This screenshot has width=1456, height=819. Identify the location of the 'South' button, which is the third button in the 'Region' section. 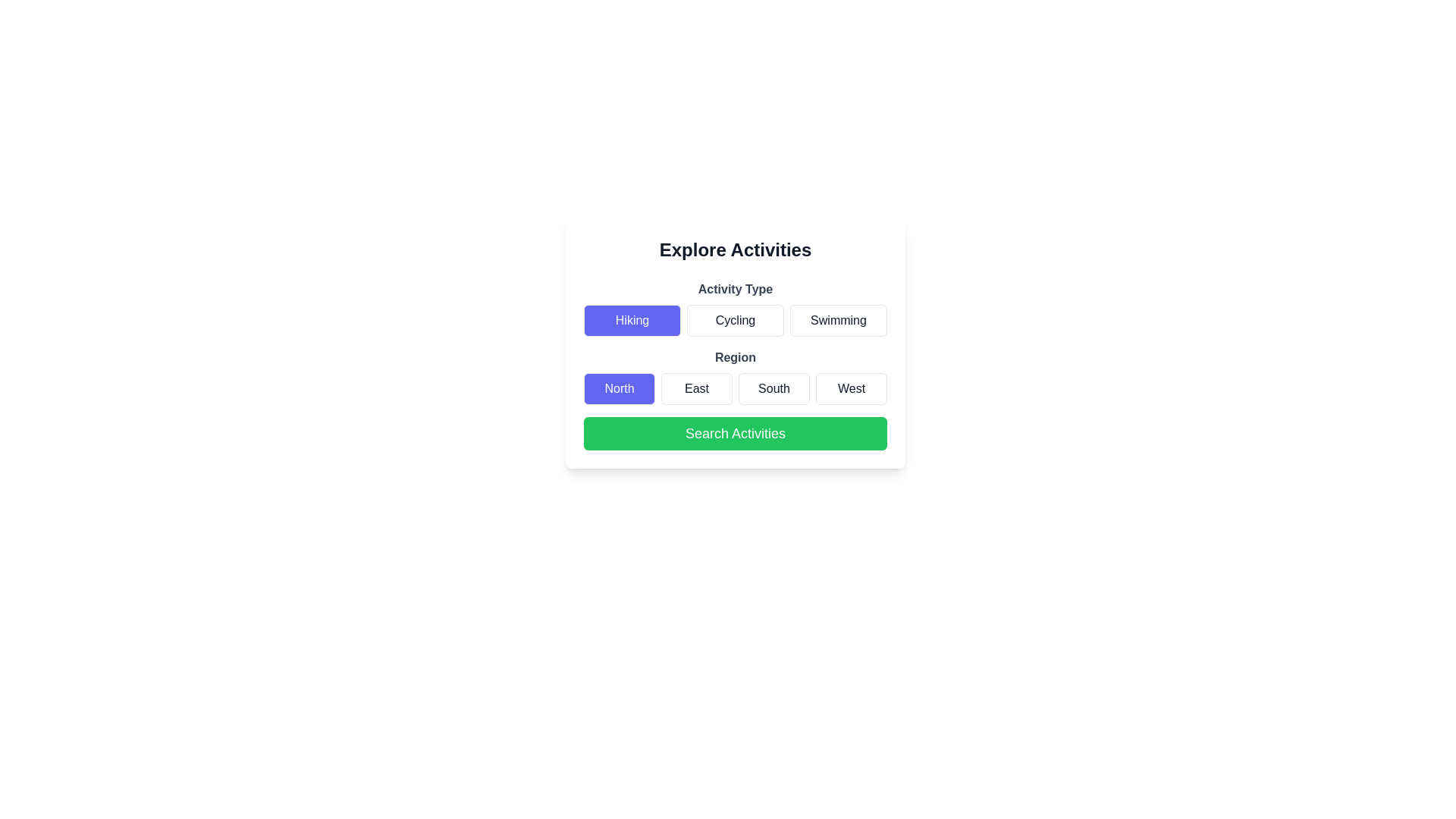
(774, 388).